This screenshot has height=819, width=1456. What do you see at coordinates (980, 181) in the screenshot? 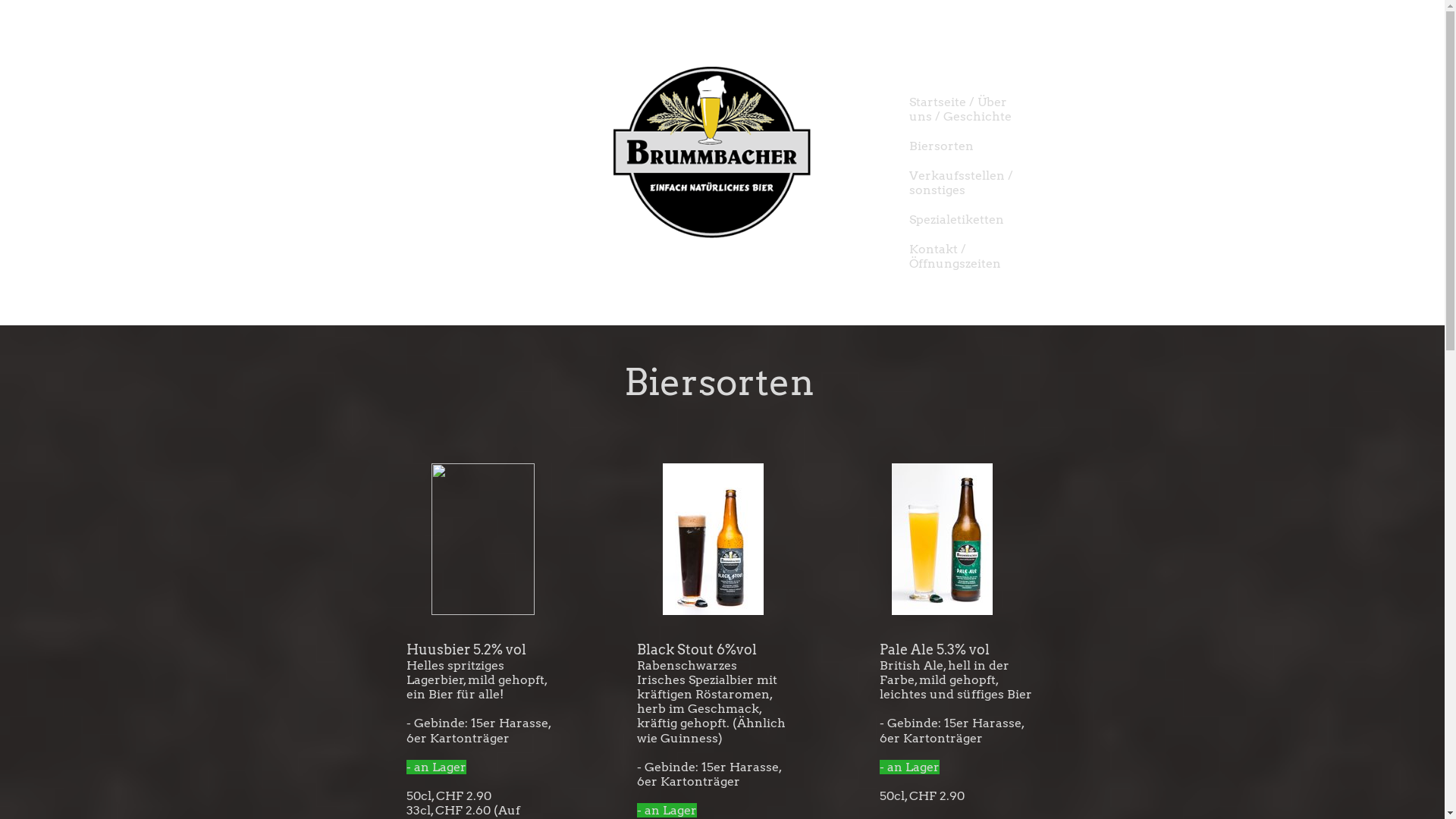
I see `'Verkaufsstellen / sonstiges'` at bounding box center [980, 181].